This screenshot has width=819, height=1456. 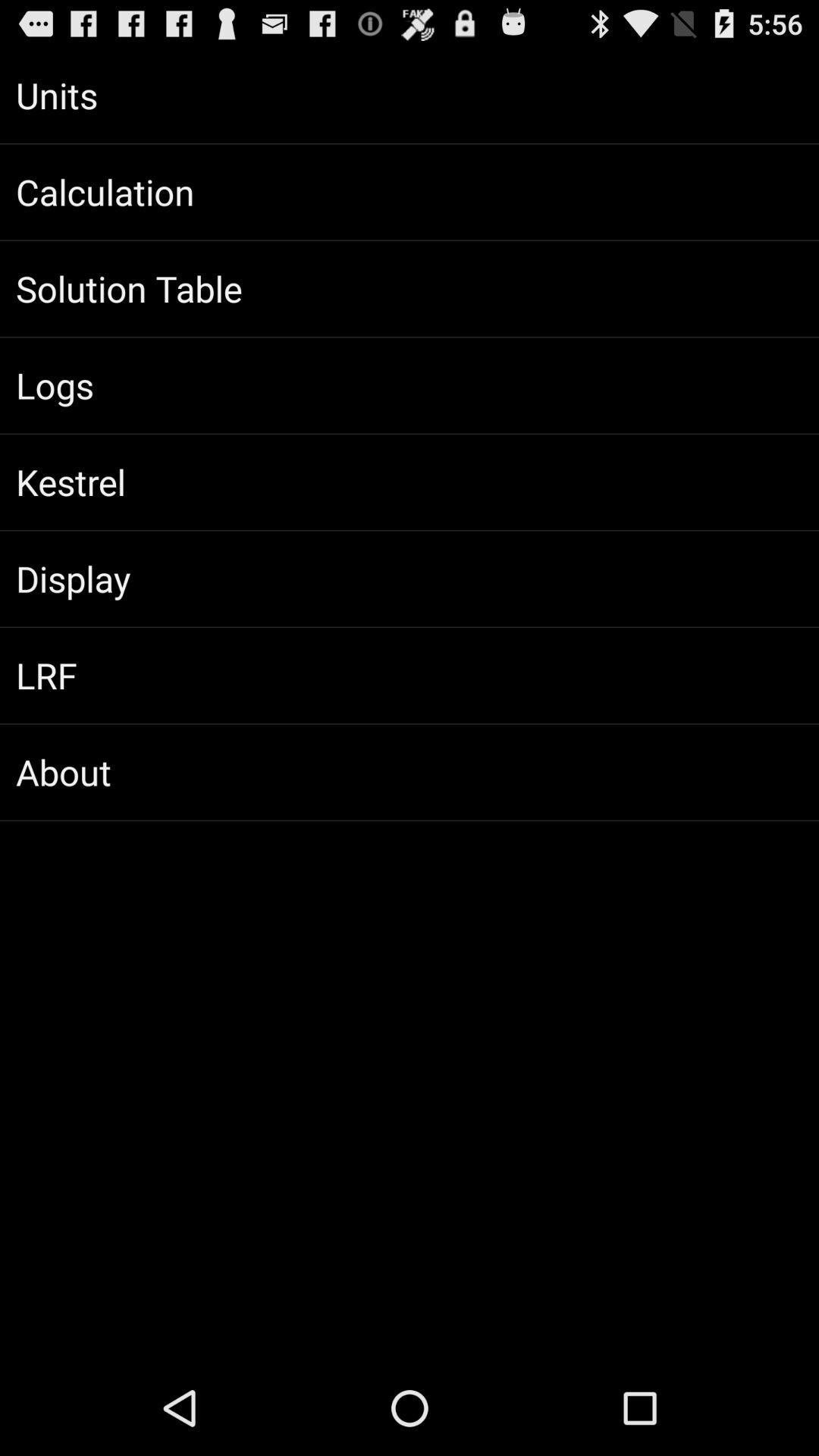 What do you see at coordinates (409, 481) in the screenshot?
I see `the icon below the logs app` at bounding box center [409, 481].